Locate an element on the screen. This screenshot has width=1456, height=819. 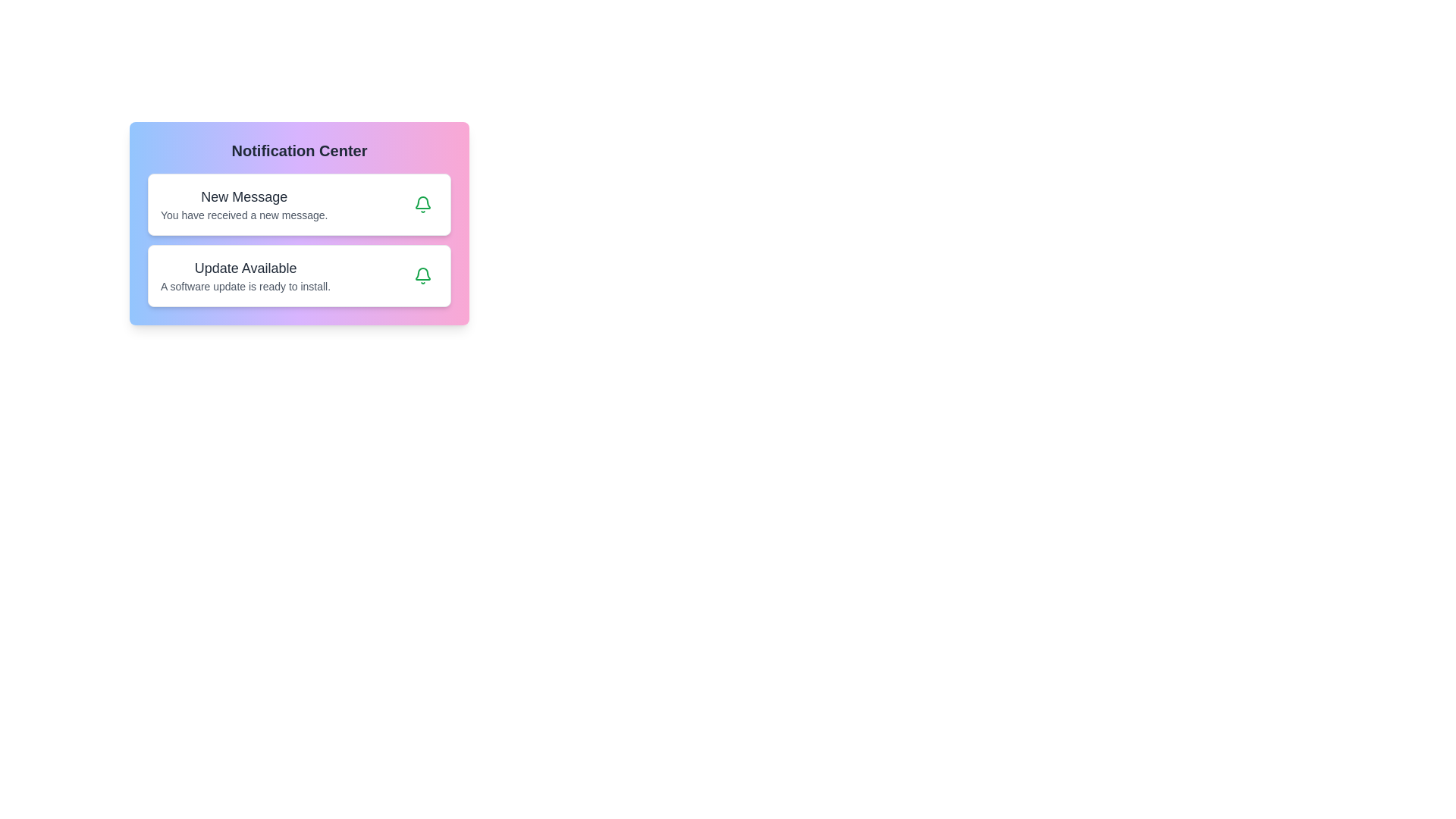
the first notification card in the 'Notification Center' is located at coordinates (299, 205).